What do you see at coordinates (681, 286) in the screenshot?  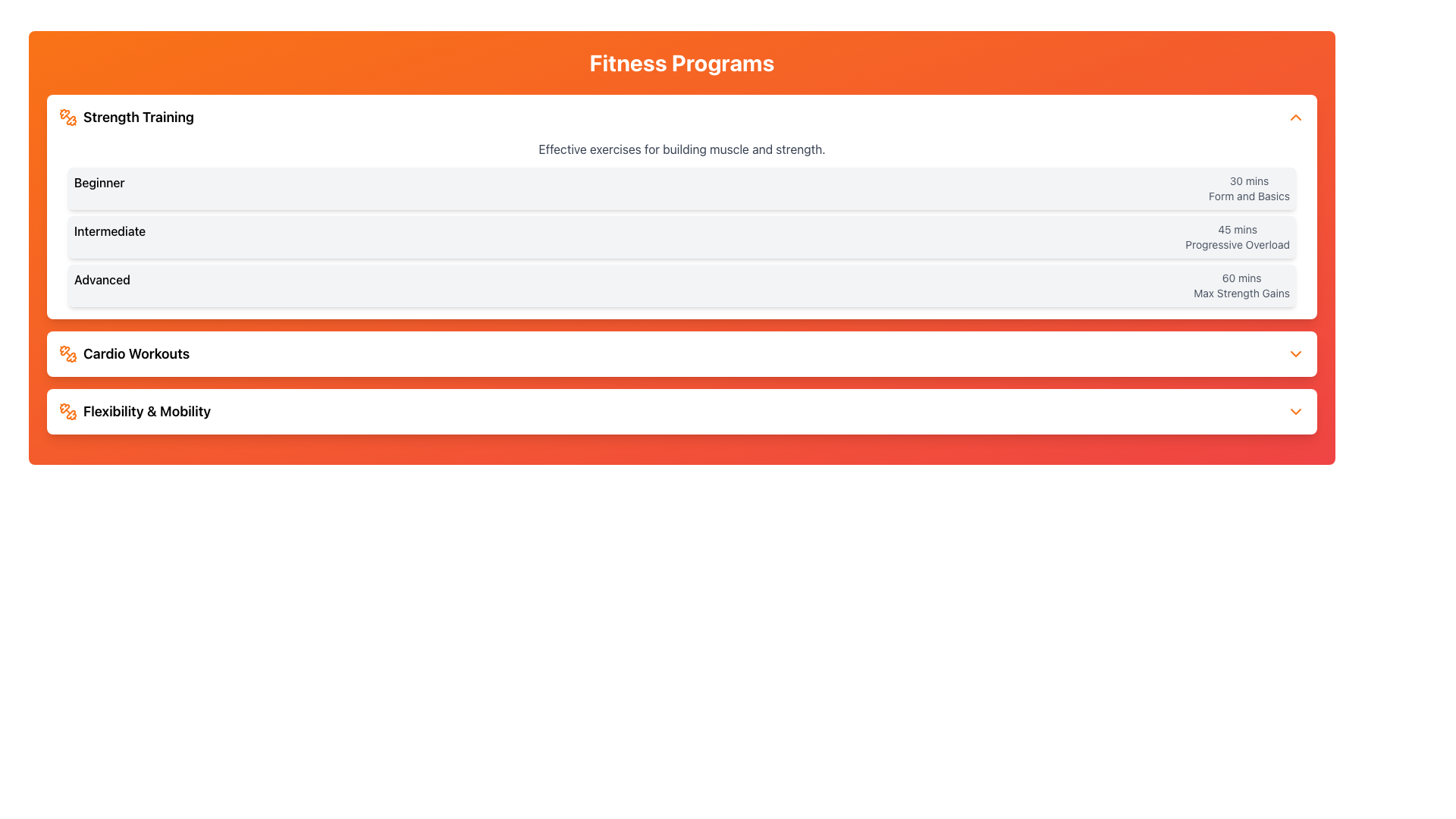 I see `the informational card titled 'Advanced' which provides details about '60 mins Max Strength Gains' located in the 'Strength Training' section, positioned between the 'Intermediate' card and the section's border` at bounding box center [681, 286].